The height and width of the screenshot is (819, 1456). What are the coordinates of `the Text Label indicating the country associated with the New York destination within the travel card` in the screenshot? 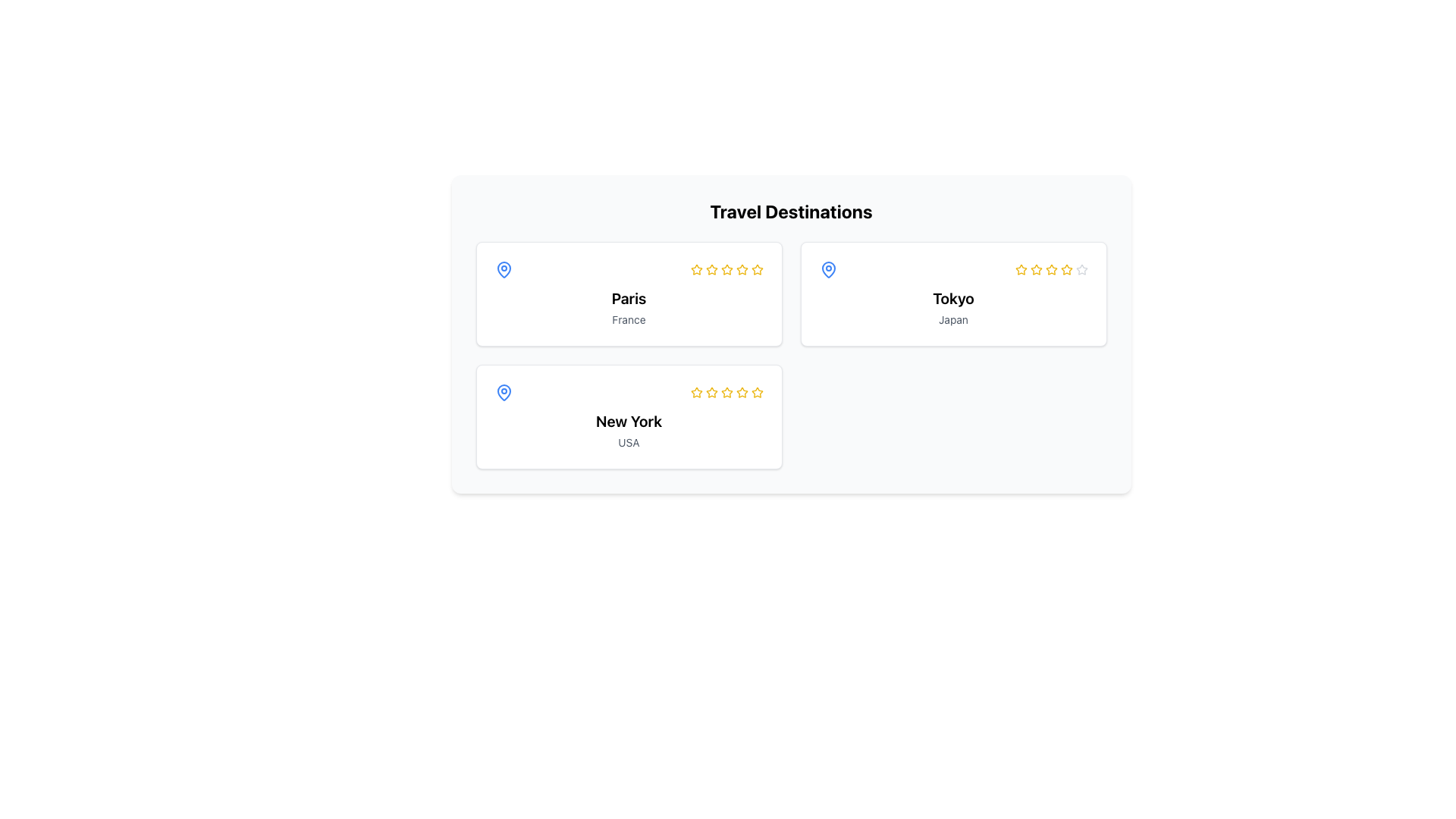 It's located at (629, 442).